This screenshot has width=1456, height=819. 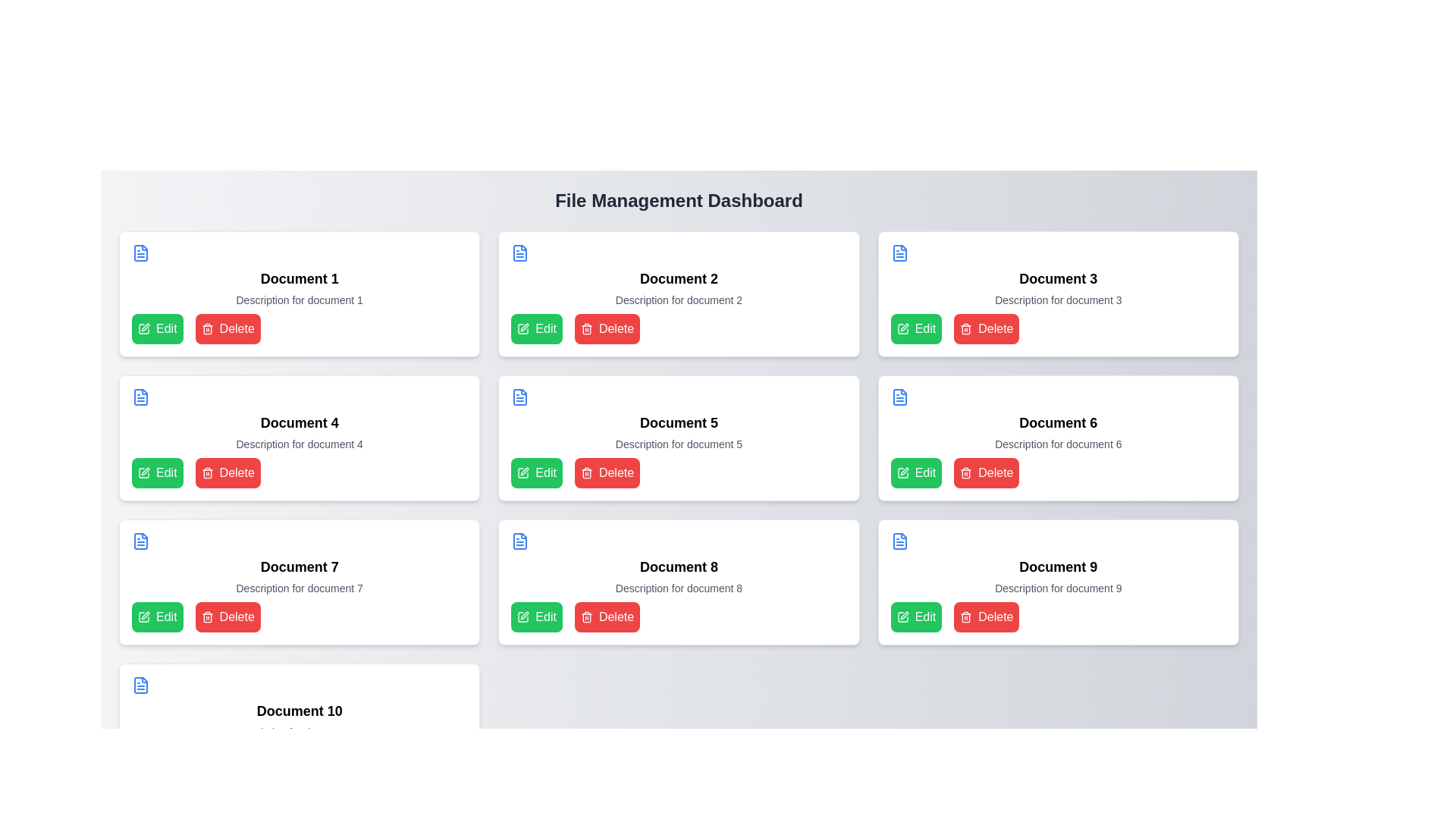 I want to click on the delete button for 'Document 6', so click(x=987, y=472).